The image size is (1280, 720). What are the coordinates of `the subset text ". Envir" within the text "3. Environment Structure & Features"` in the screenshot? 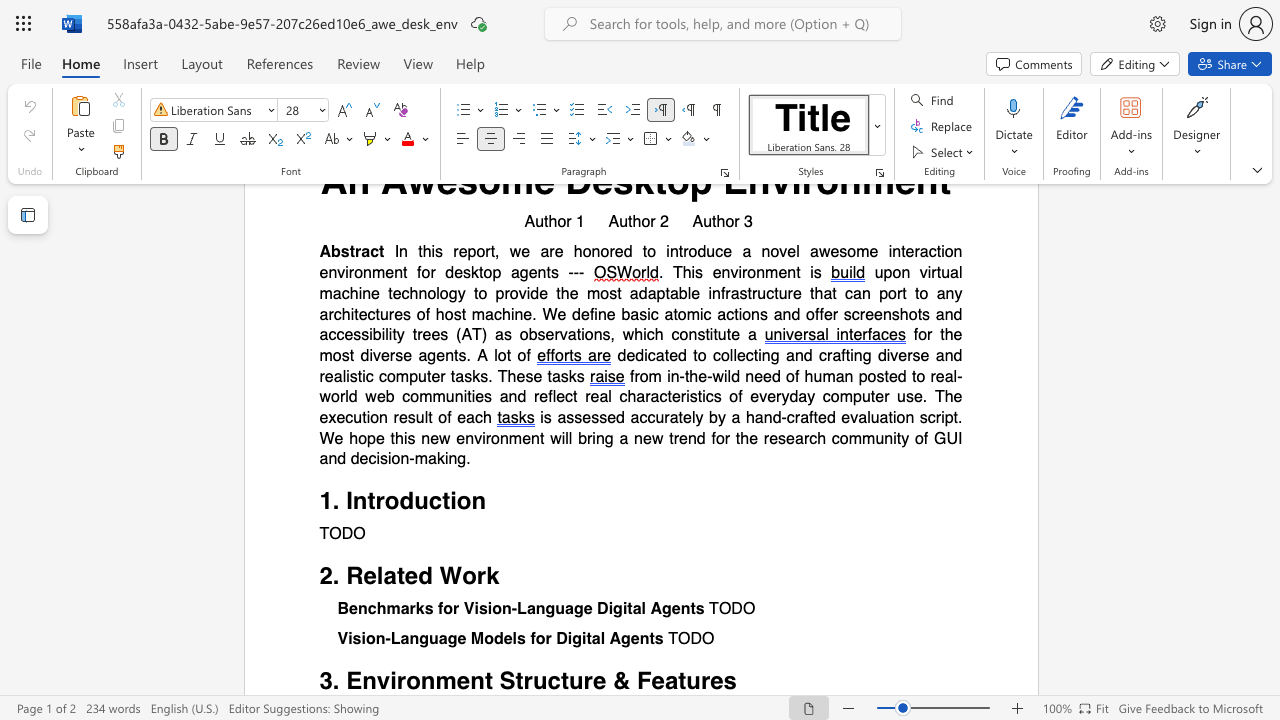 It's located at (332, 680).